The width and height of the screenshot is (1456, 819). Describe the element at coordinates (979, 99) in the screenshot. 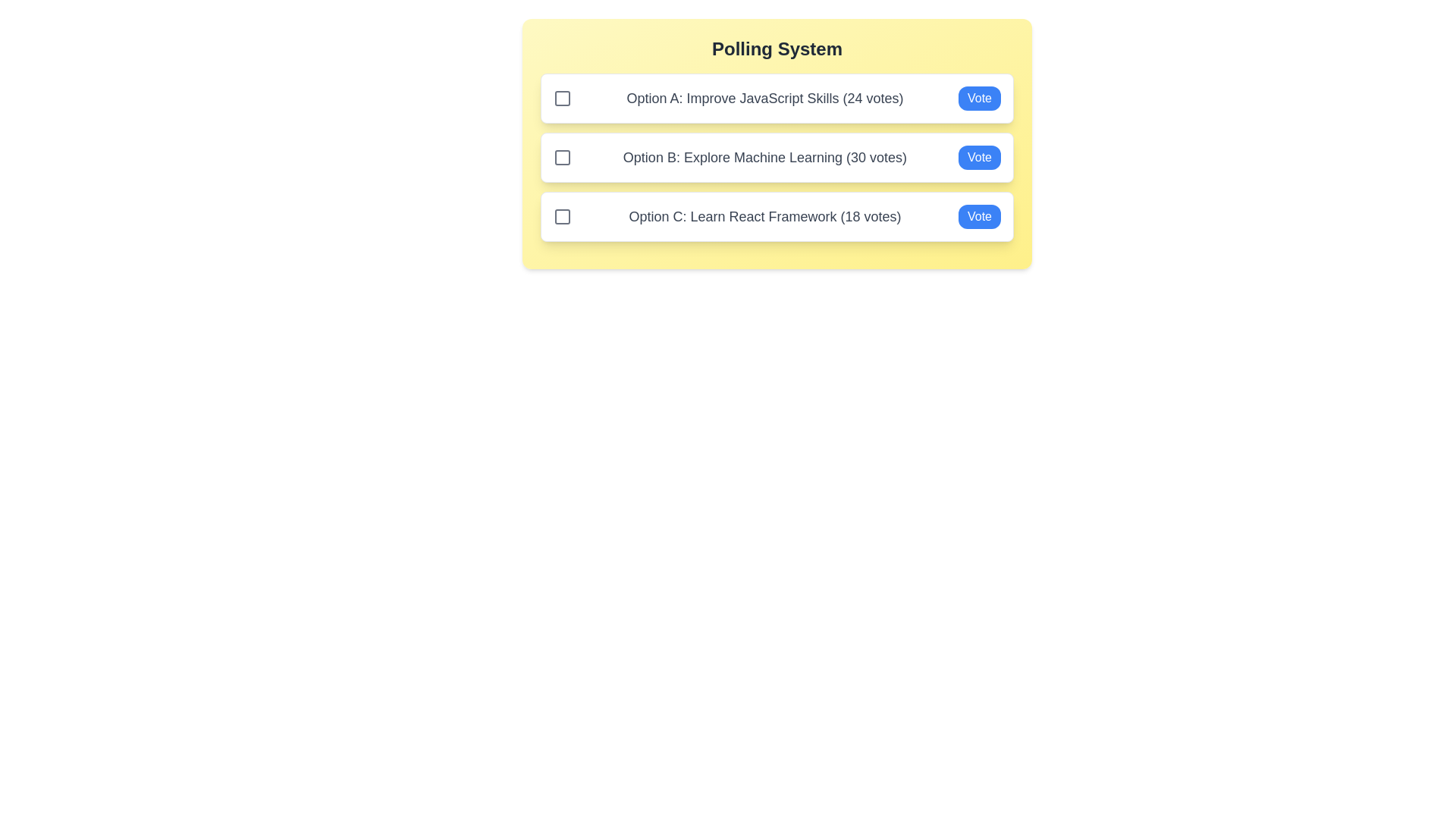

I see `the 'Vote' button for Option A to increase its vote count` at that location.